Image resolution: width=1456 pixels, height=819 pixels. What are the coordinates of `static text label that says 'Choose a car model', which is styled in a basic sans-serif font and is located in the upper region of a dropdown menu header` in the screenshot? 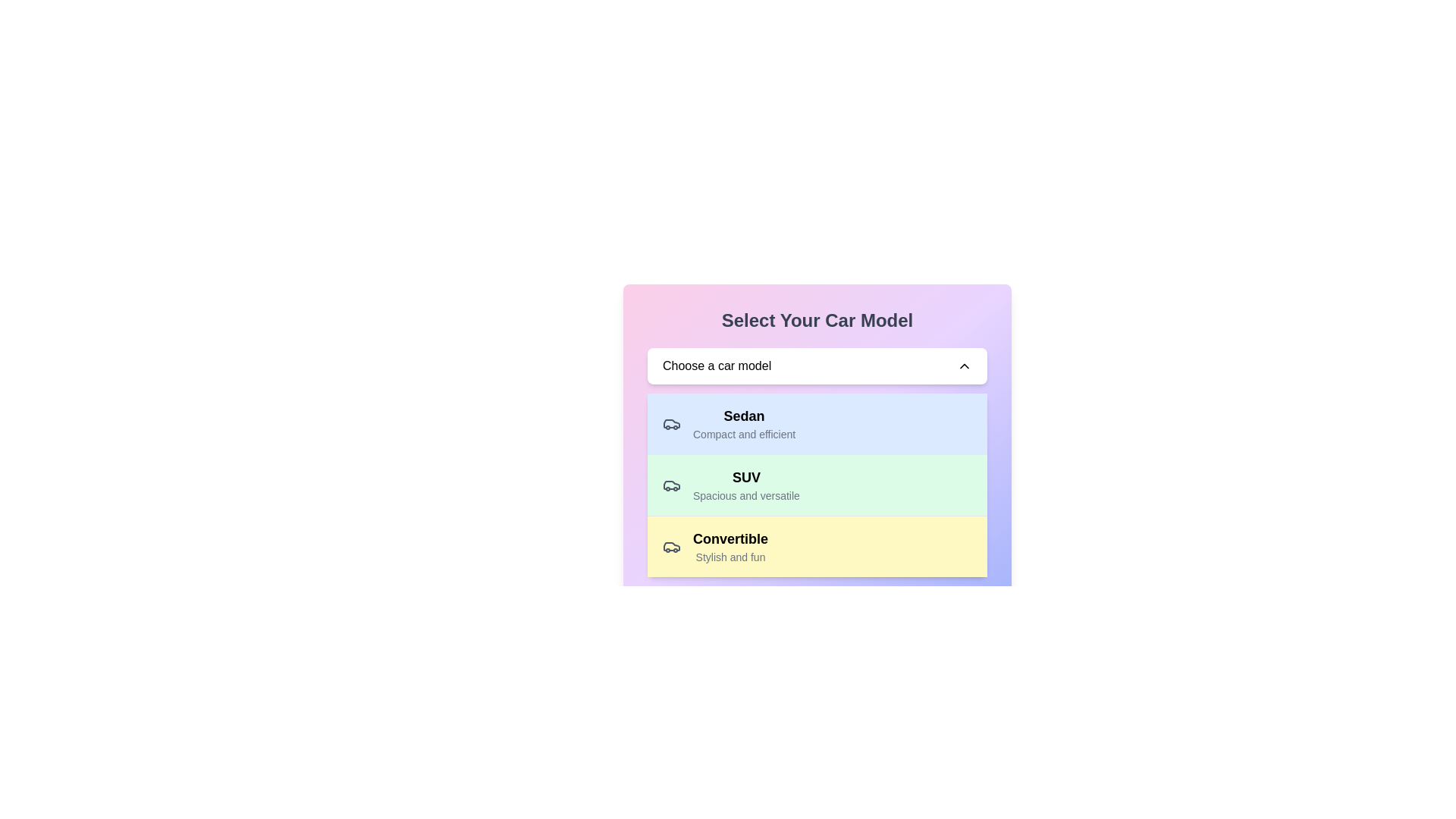 It's located at (716, 366).